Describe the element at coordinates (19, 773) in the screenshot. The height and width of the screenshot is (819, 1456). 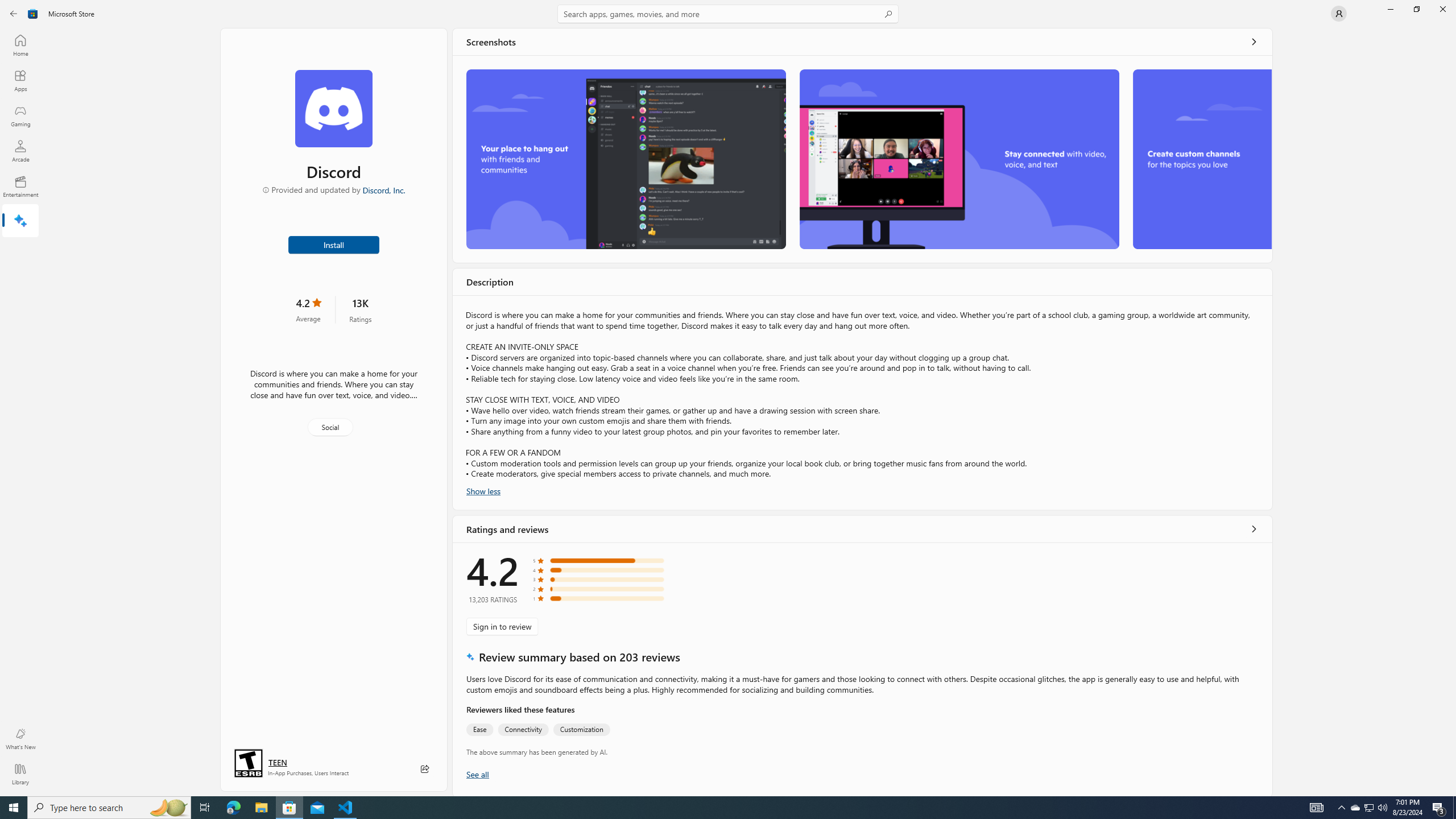
I see `'Library'` at that location.